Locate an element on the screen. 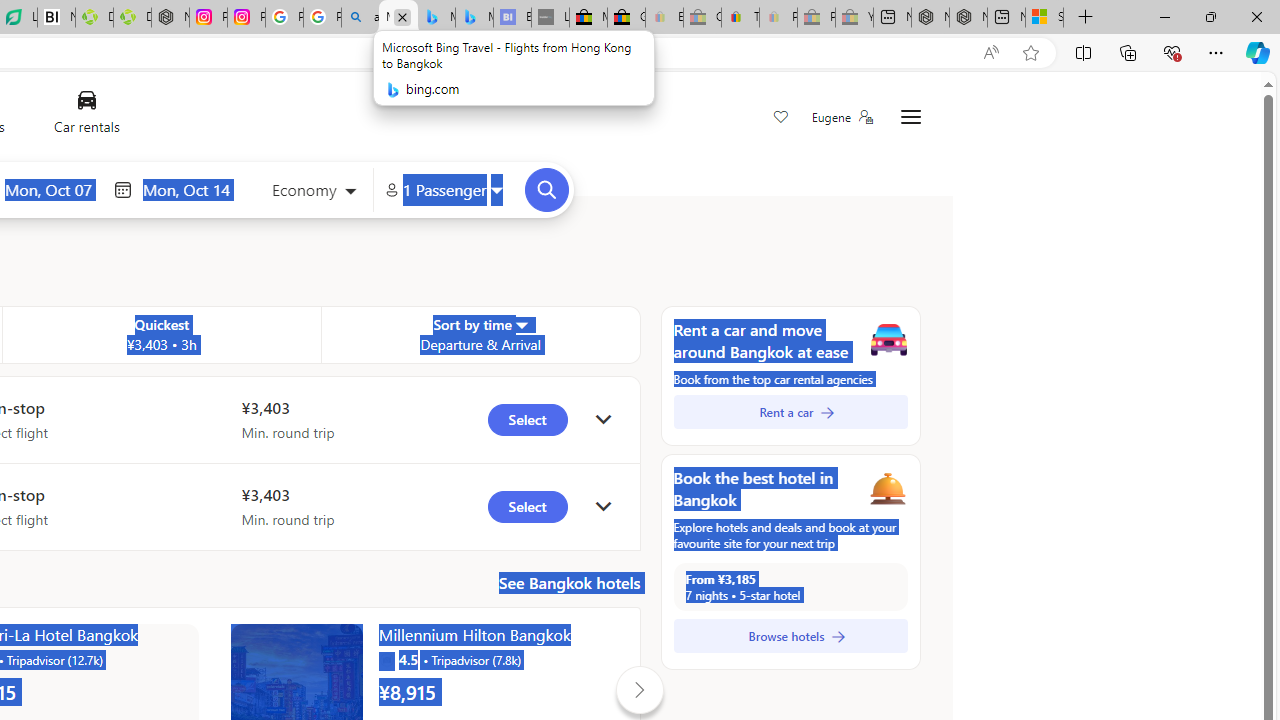 The height and width of the screenshot is (720, 1280). 'Click to scroll right' is located at coordinates (638, 689).